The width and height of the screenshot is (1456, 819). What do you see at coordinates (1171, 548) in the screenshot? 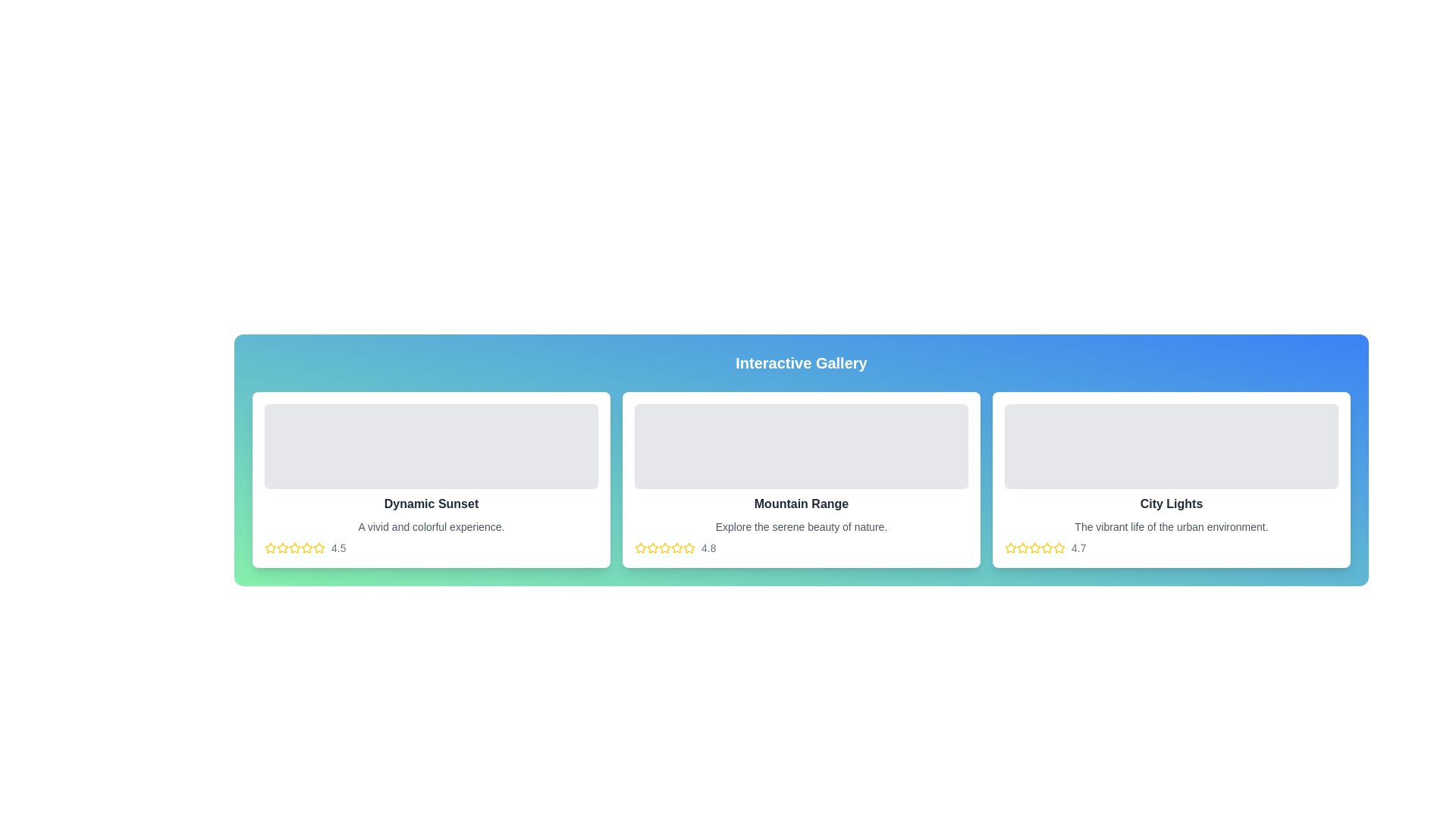
I see `the stars in the Rating Component located below 'The vibrant life of the urban environment.' in the 'City Lights' section` at bounding box center [1171, 548].